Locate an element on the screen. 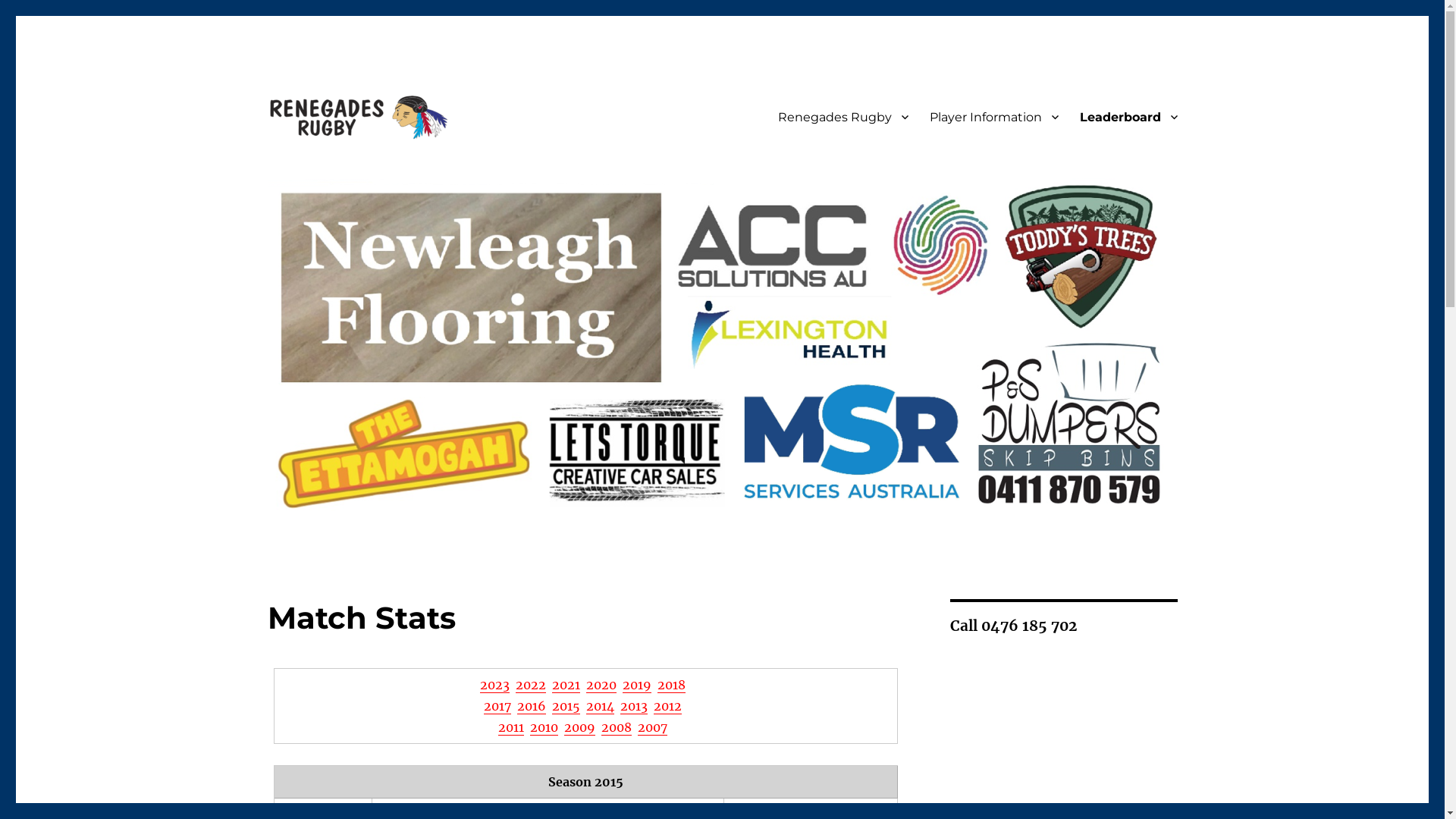 The image size is (1456, 819). '2018' is located at coordinates (670, 684).